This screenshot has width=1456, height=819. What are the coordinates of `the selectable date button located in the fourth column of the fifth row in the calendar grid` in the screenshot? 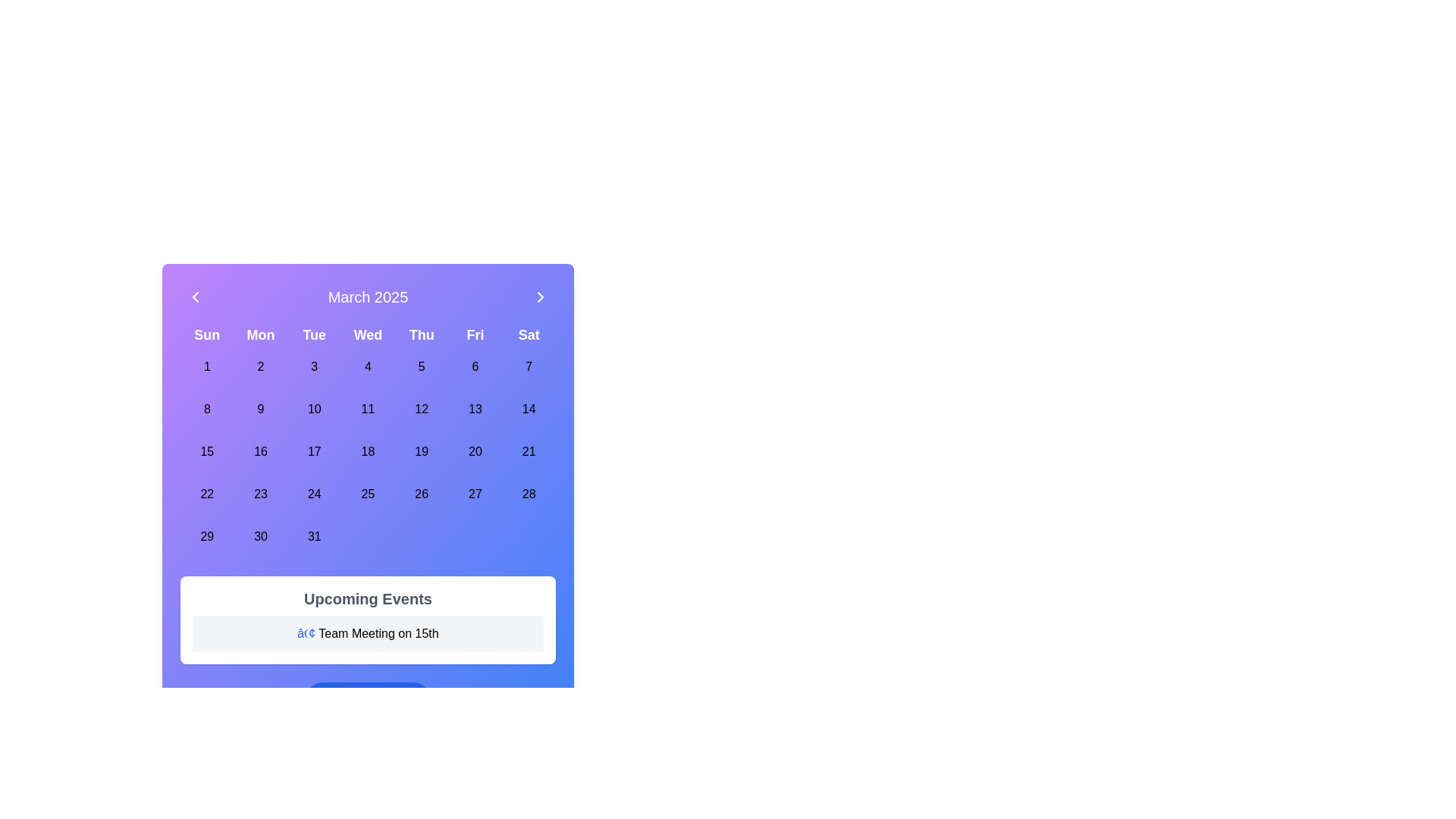 It's located at (261, 494).